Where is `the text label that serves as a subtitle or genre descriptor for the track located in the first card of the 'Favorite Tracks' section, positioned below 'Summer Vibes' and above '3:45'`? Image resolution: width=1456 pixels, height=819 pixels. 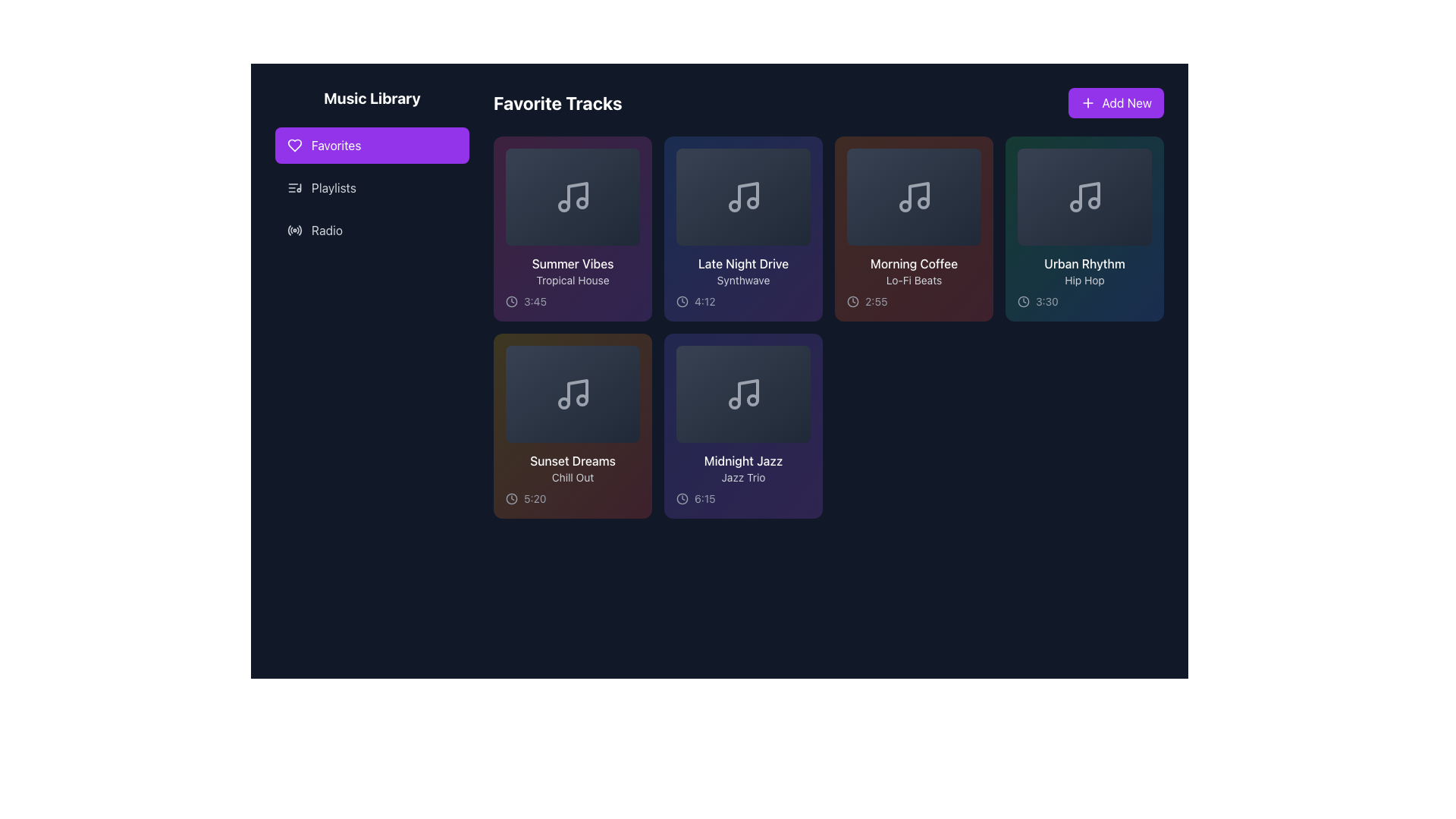 the text label that serves as a subtitle or genre descriptor for the track located in the first card of the 'Favorite Tracks' section, positioned below 'Summer Vibes' and above '3:45' is located at coordinates (572, 281).